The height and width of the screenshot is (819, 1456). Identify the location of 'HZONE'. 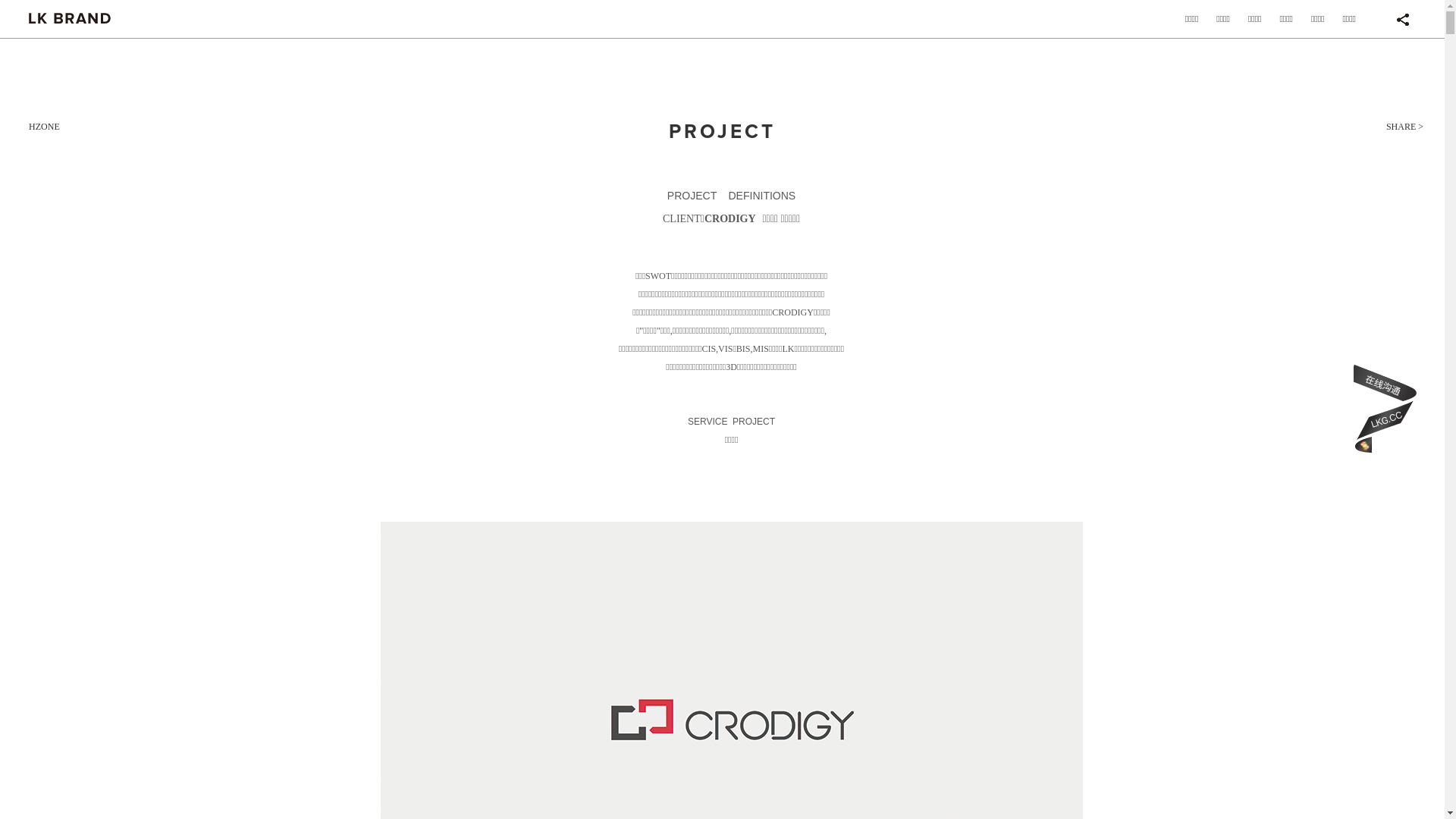
(44, 125).